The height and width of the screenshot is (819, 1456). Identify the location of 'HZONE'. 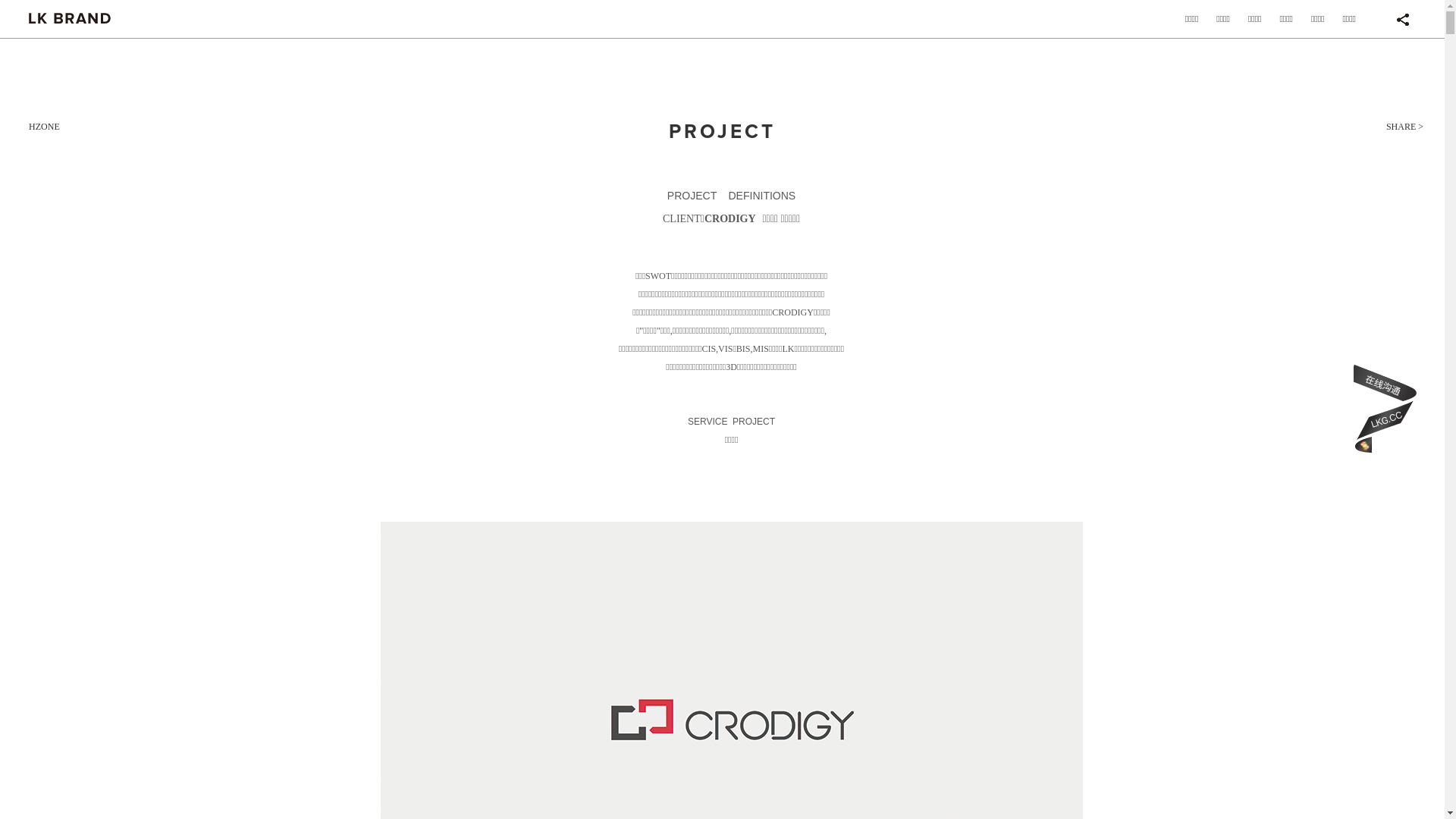
(44, 125).